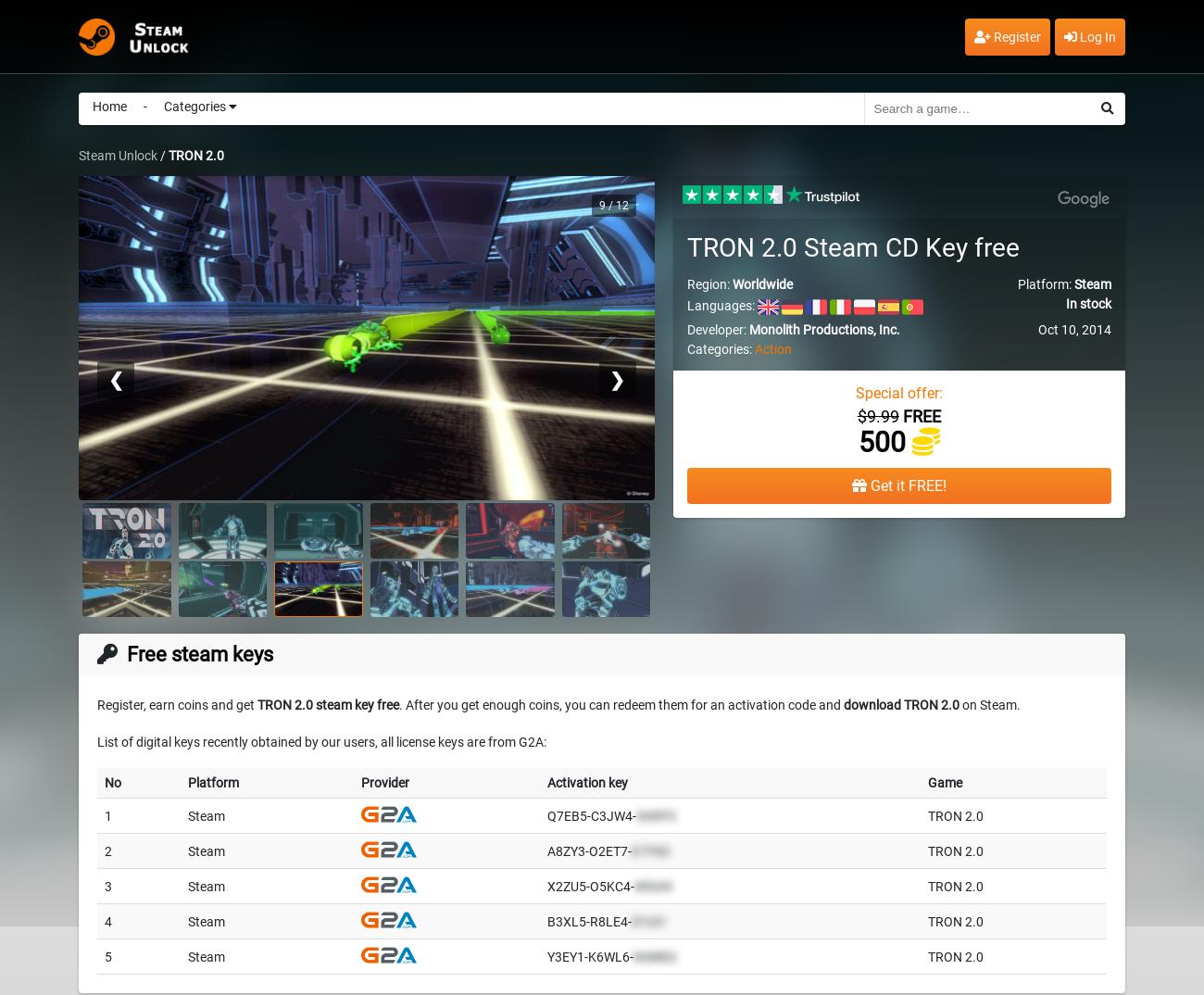 The image size is (1204, 995). What do you see at coordinates (591, 814) in the screenshot?
I see `'Q7EB5-C3JW4-'` at bounding box center [591, 814].